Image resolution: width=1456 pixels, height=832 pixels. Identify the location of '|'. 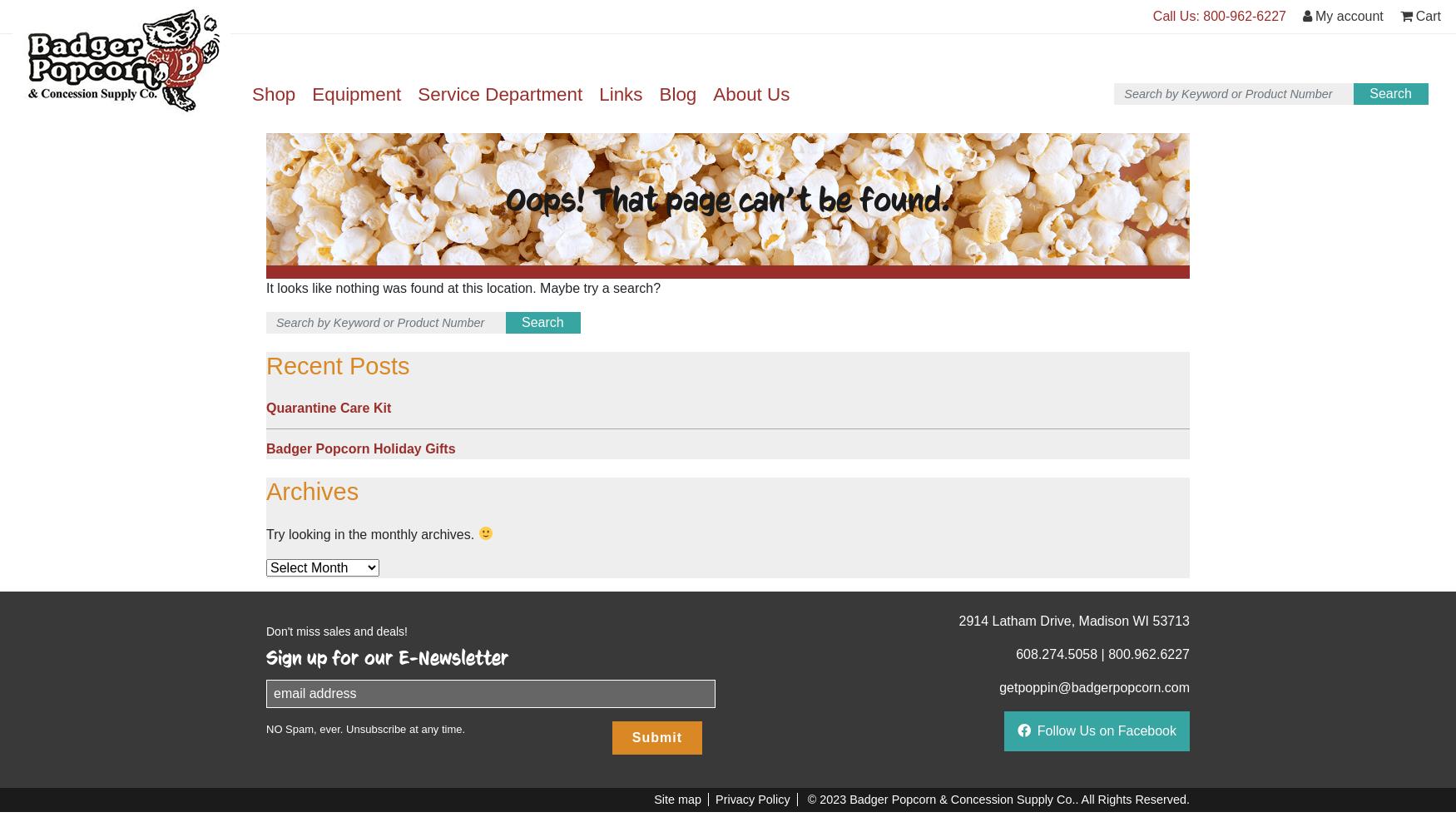
(1102, 653).